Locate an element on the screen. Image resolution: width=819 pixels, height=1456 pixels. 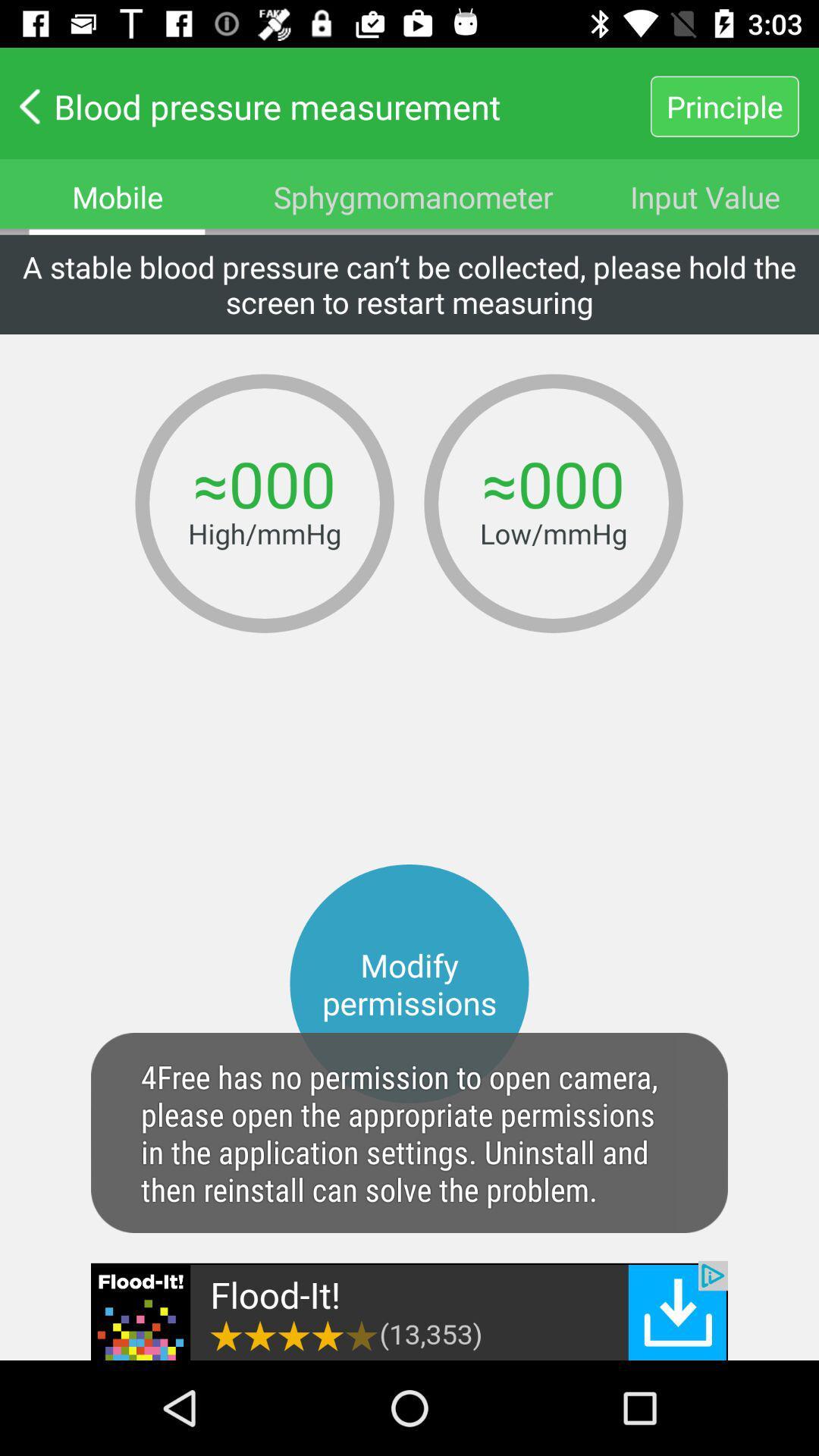
find out about the advertisement is located at coordinates (409, 1310).